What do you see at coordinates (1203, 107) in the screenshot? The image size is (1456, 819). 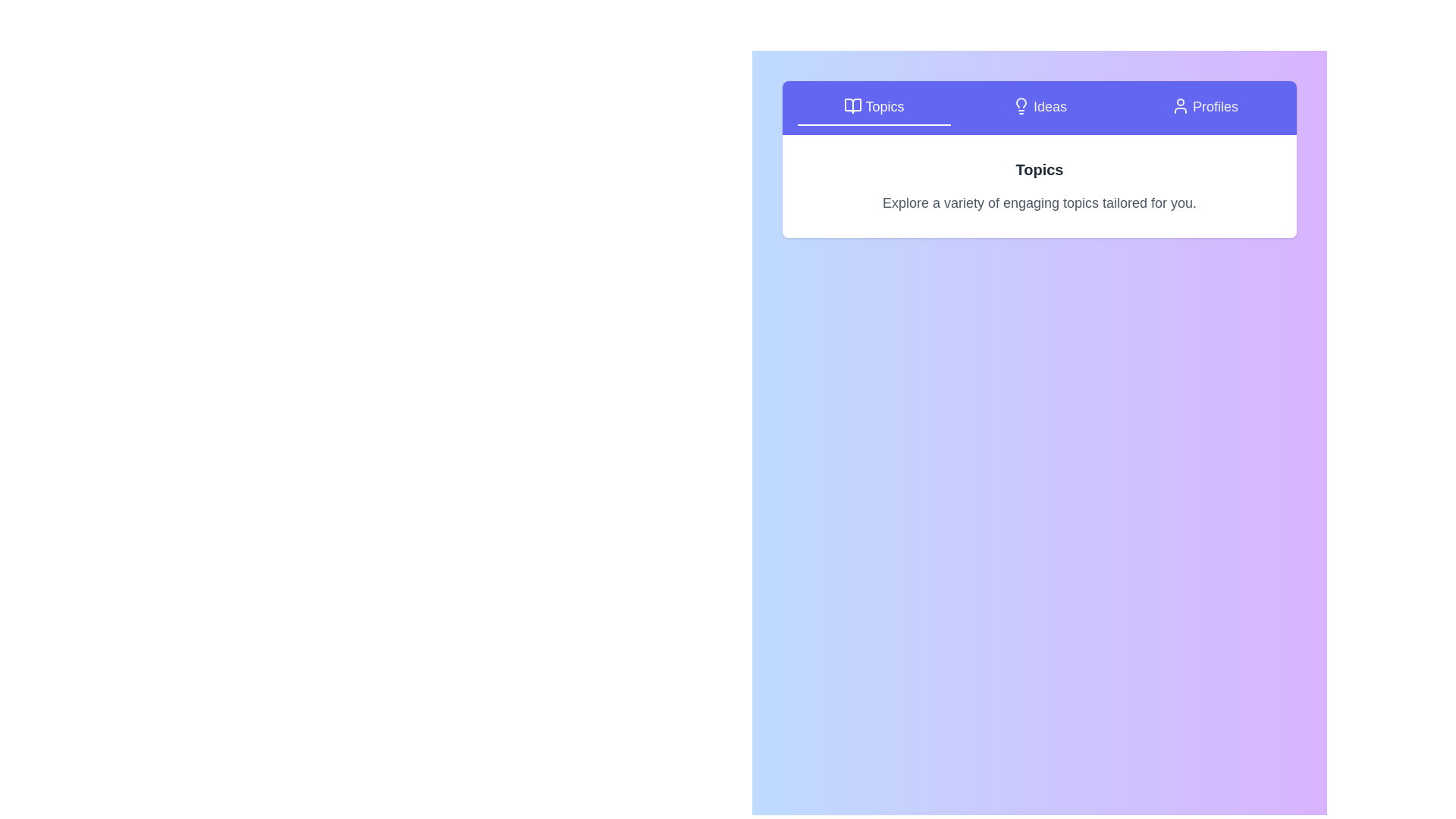 I see `the Profiles tab to inspect its content` at bounding box center [1203, 107].